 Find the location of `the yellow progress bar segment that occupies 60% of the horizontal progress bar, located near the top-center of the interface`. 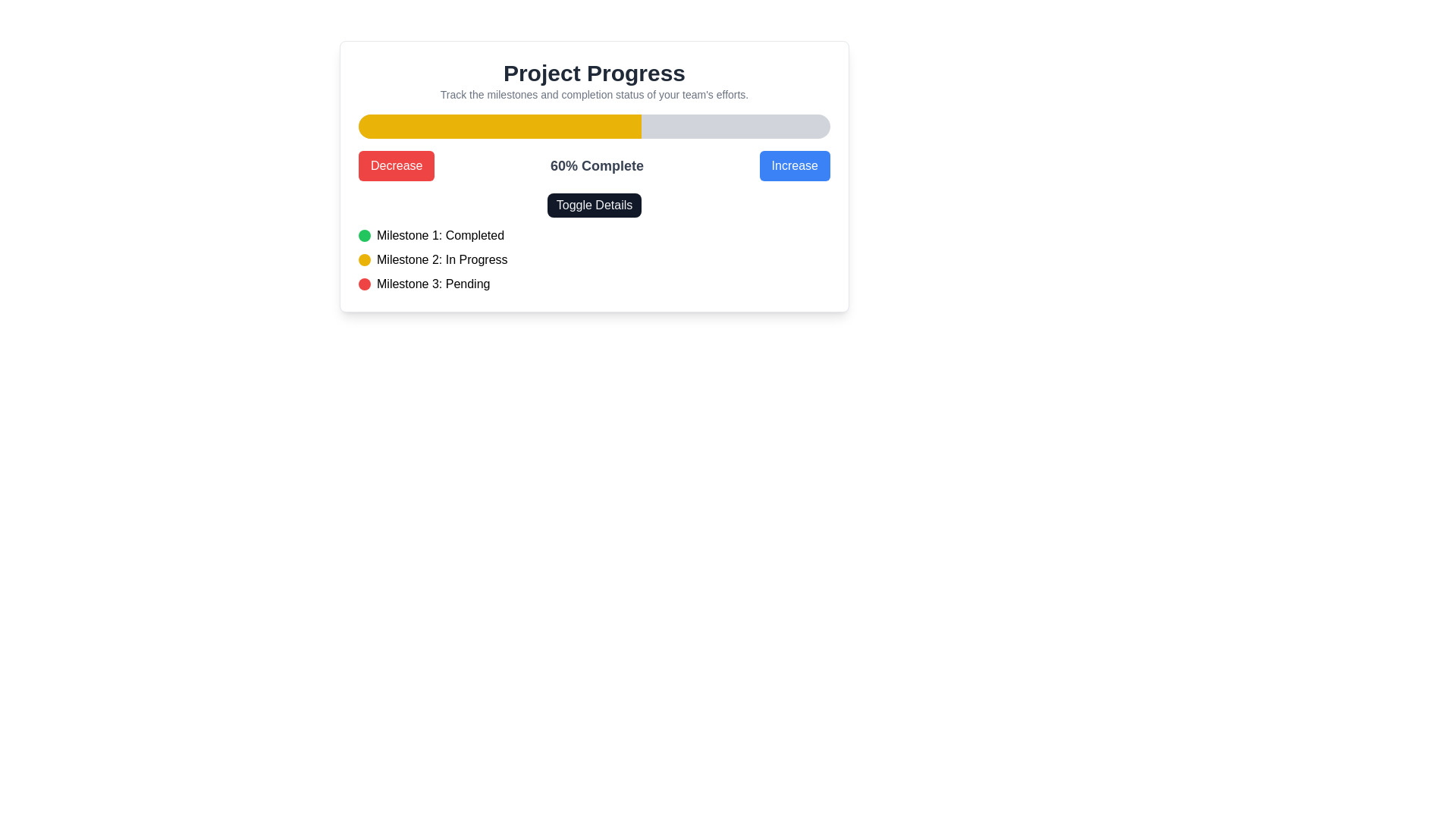

the yellow progress bar segment that occupies 60% of the horizontal progress bar, located near the top-center of the interface is located at coordinates (500, 125).